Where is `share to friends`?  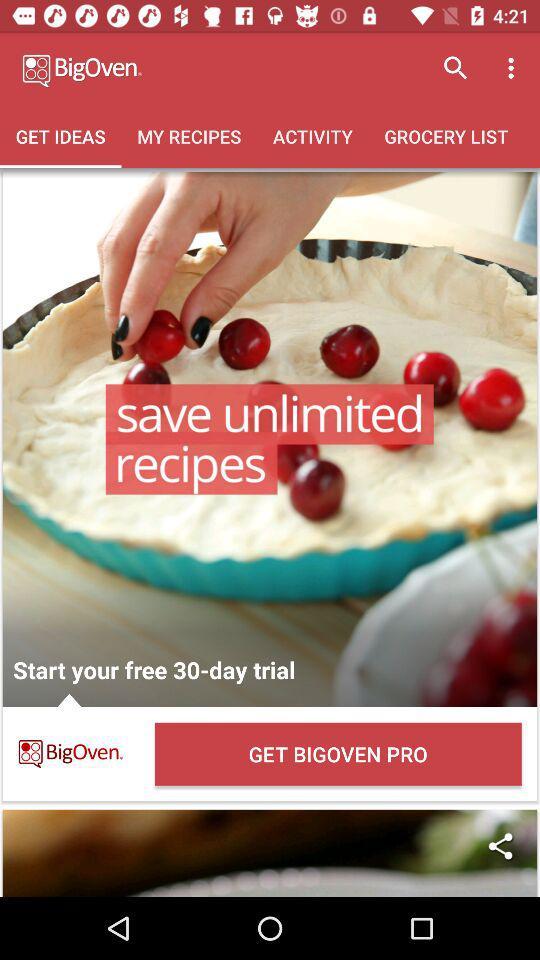 share to friends is located at coordinates (270, 852).